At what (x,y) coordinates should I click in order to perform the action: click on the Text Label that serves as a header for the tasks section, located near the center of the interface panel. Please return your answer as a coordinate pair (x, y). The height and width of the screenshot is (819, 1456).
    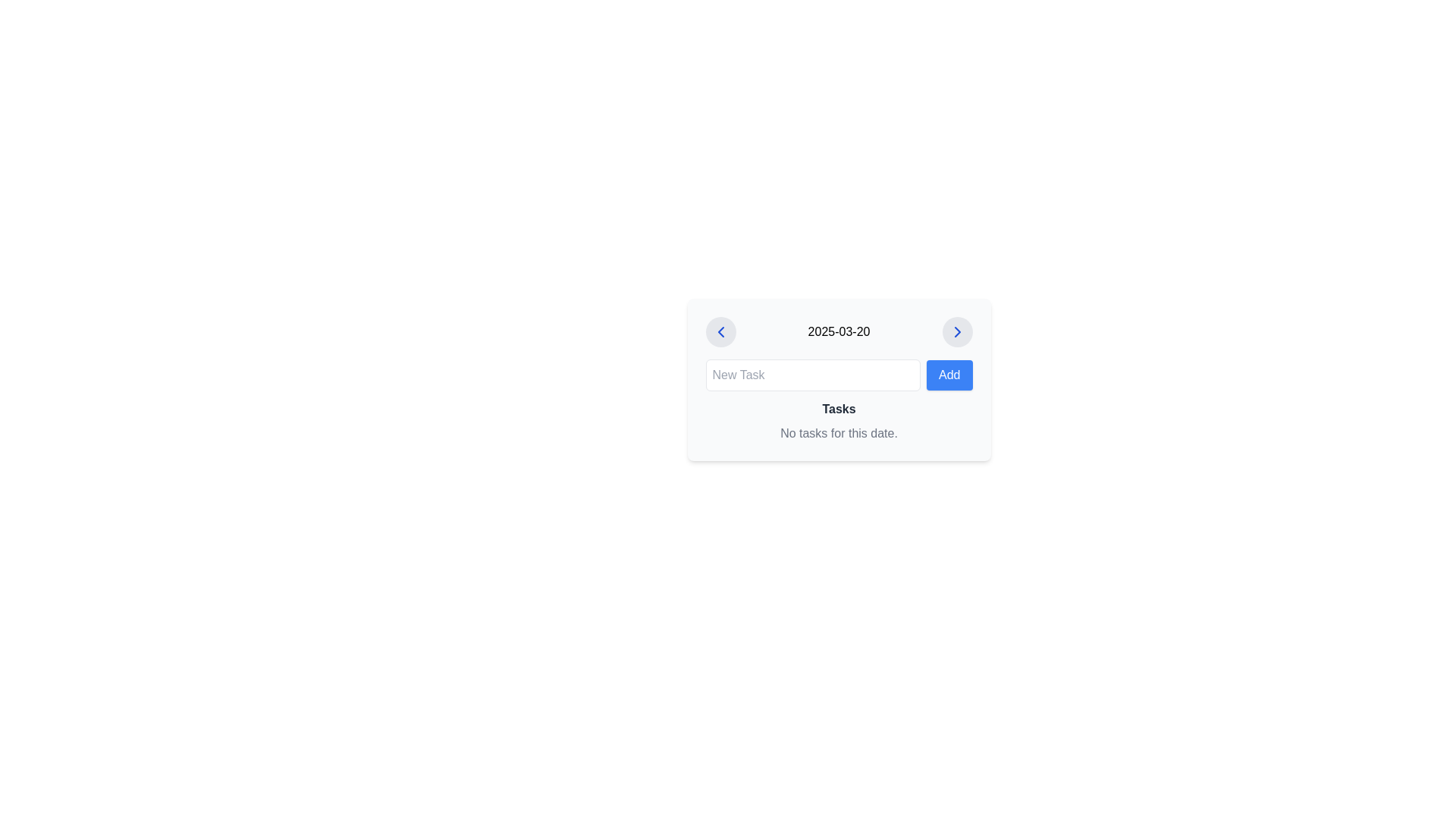
    Looking at the image, I should click on (838, 409).